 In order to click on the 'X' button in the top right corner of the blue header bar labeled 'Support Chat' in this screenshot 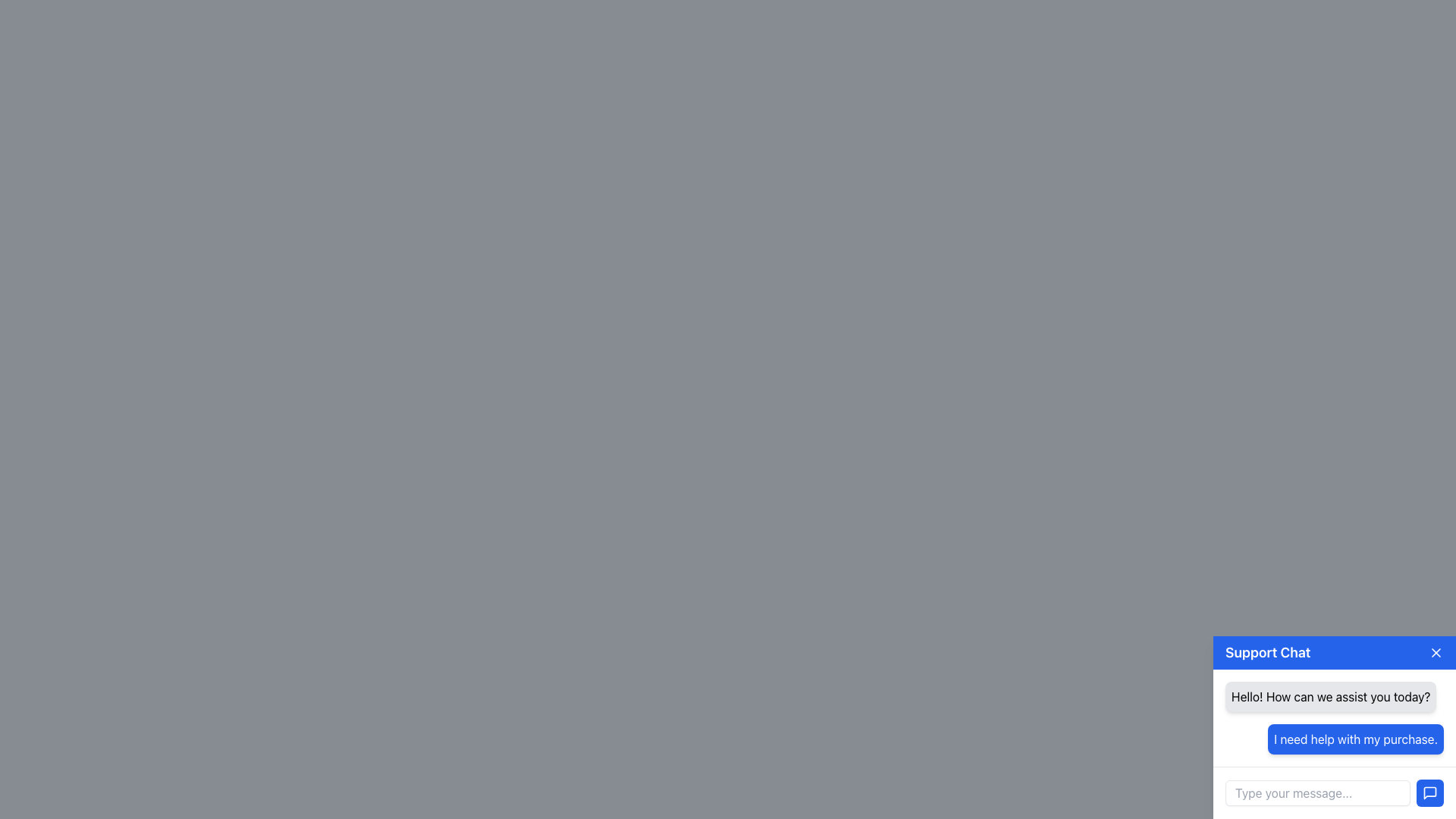, I will do `click(1436, 651)`.